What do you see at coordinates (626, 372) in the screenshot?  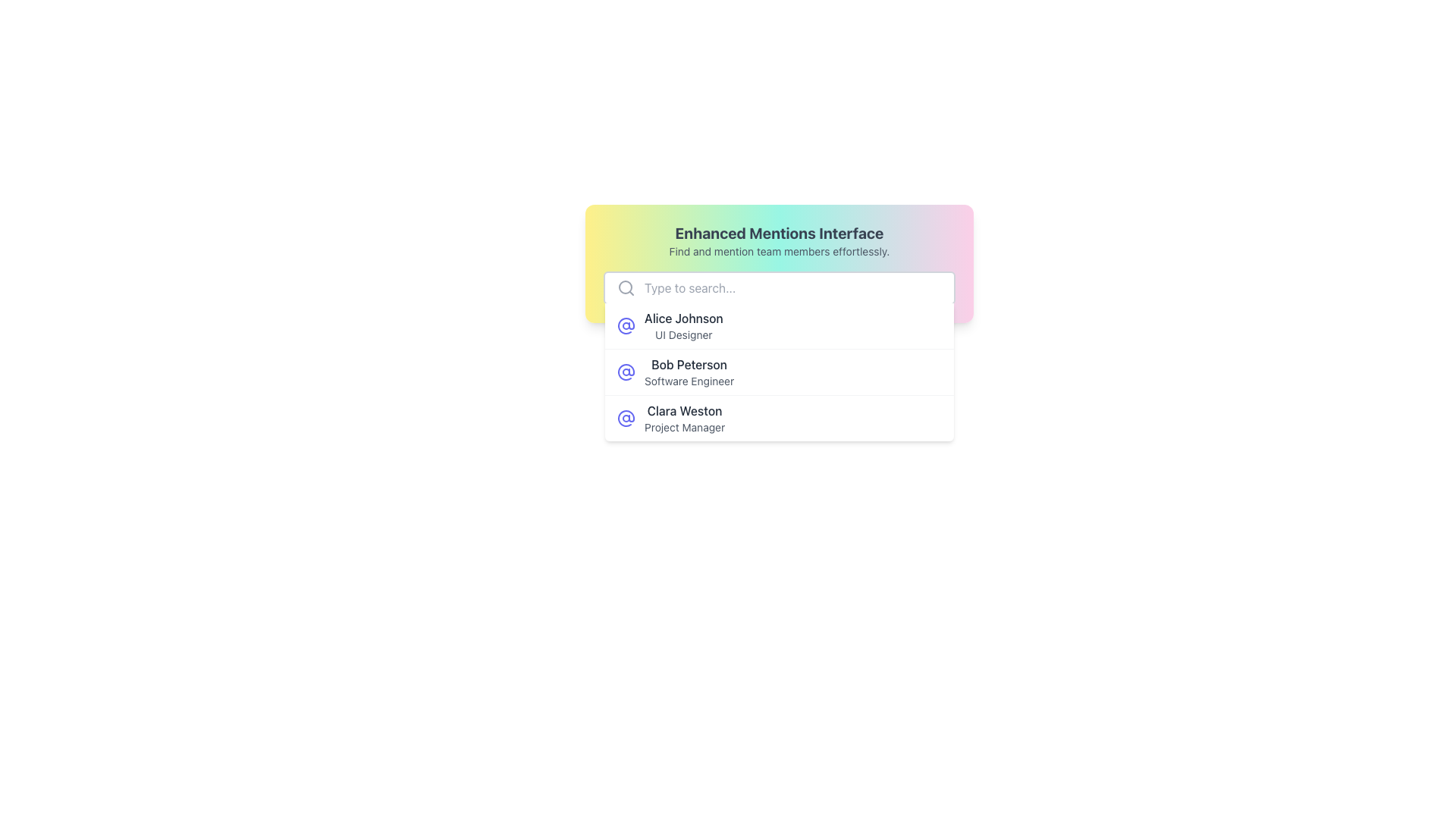 I see `the '@' icon for the user 'Bob Peterson Software Engineer'` at bounding box center [626, 372].